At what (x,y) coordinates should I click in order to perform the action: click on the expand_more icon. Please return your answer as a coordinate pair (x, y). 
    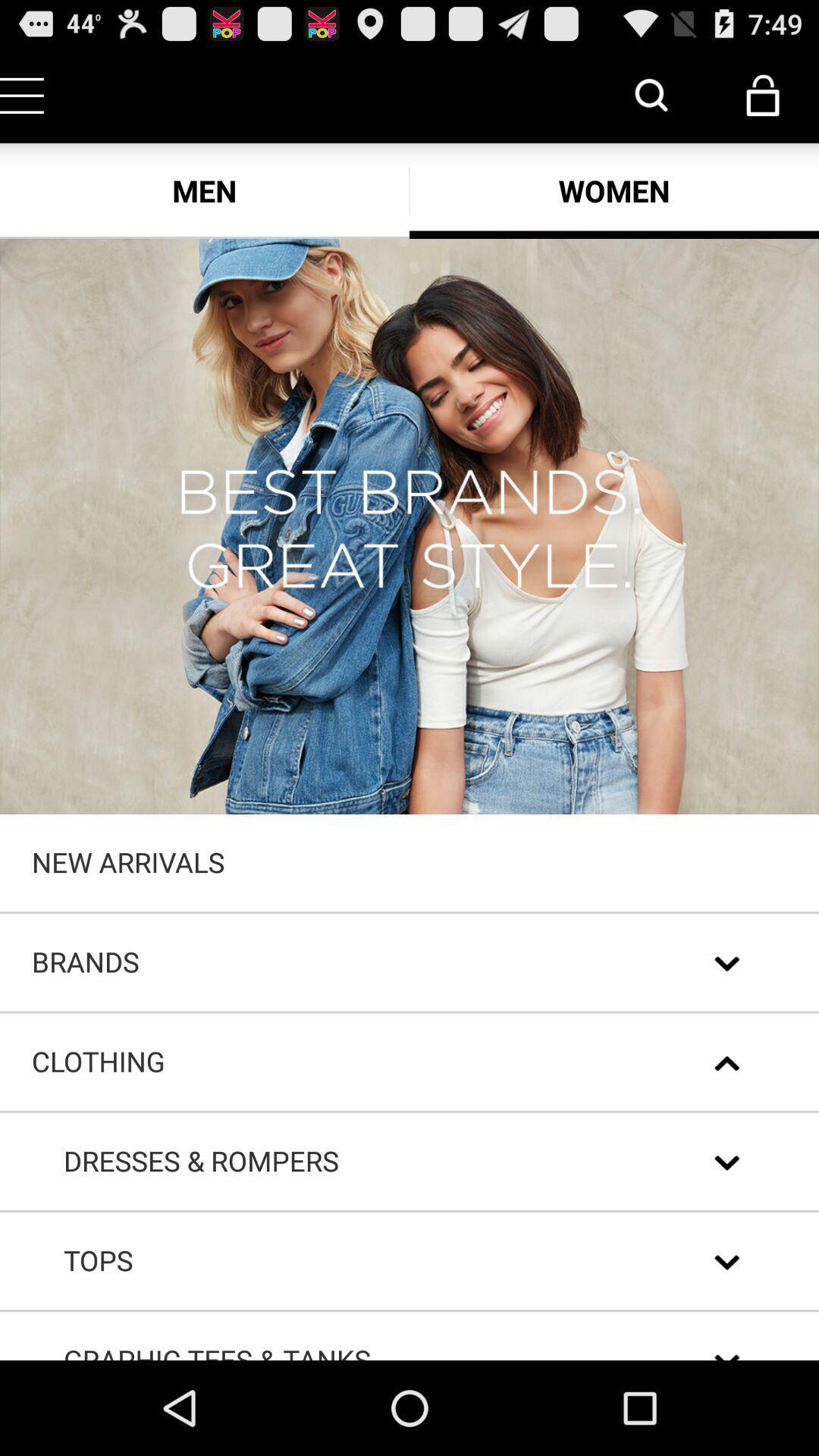
    Looking at the image, I should click on (726, 1244).